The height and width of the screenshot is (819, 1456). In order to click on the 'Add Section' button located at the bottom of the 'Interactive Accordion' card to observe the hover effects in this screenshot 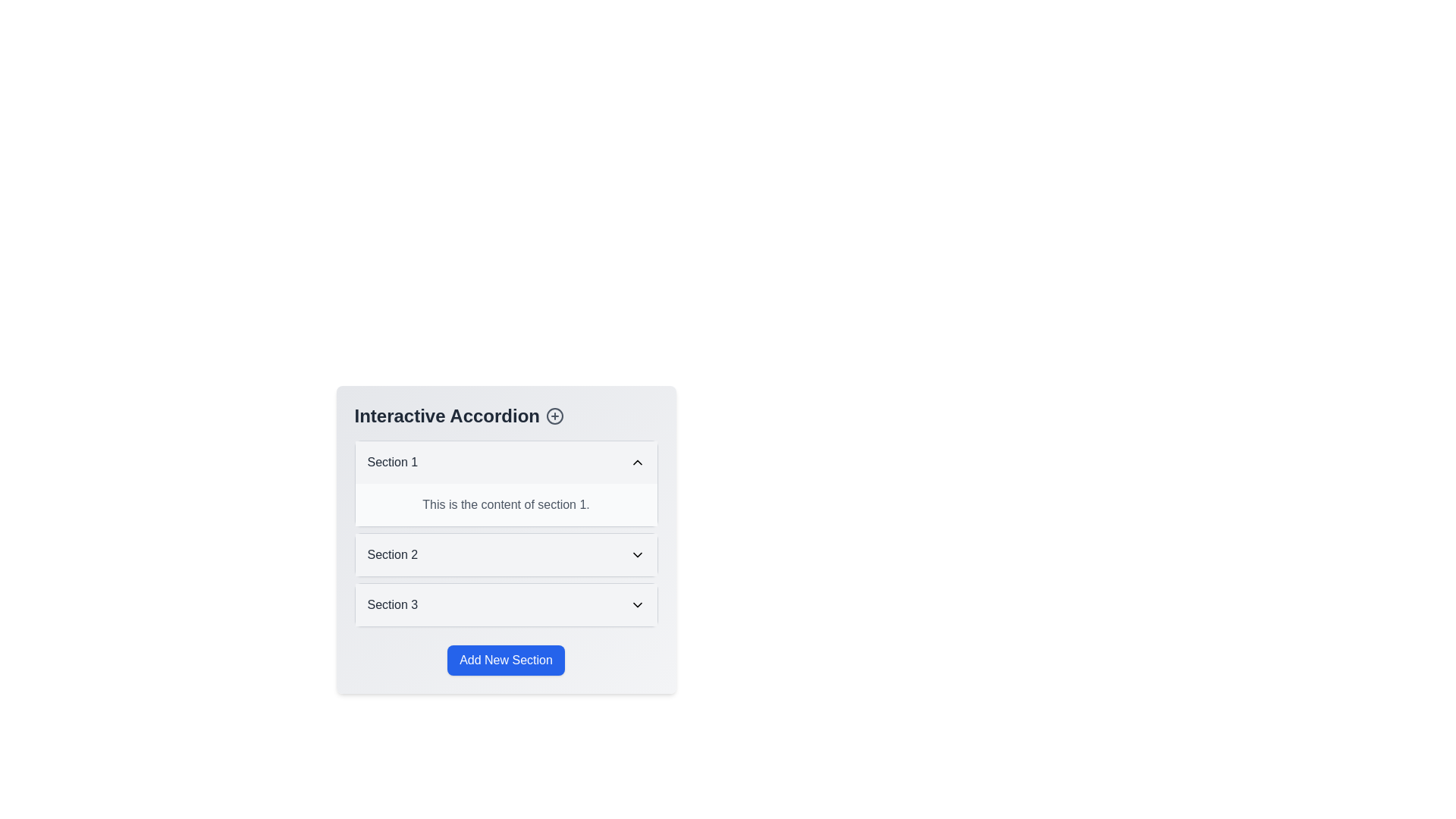, I will do `click(506, 660)`.